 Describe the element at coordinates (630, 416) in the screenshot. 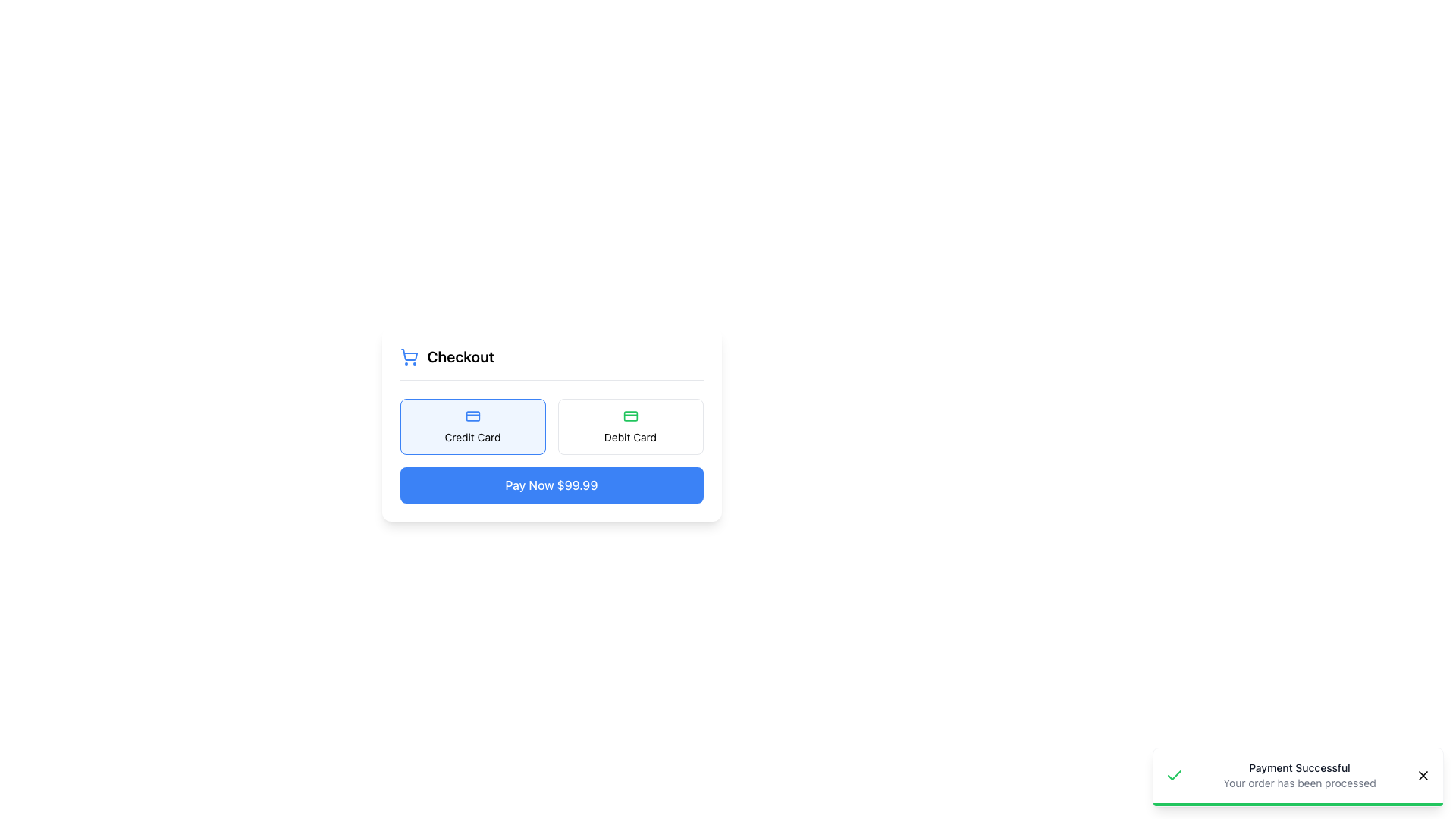

I see `rectangular SVG graphic element with rounded corners located in the center-left of the interactive card component` at that location.